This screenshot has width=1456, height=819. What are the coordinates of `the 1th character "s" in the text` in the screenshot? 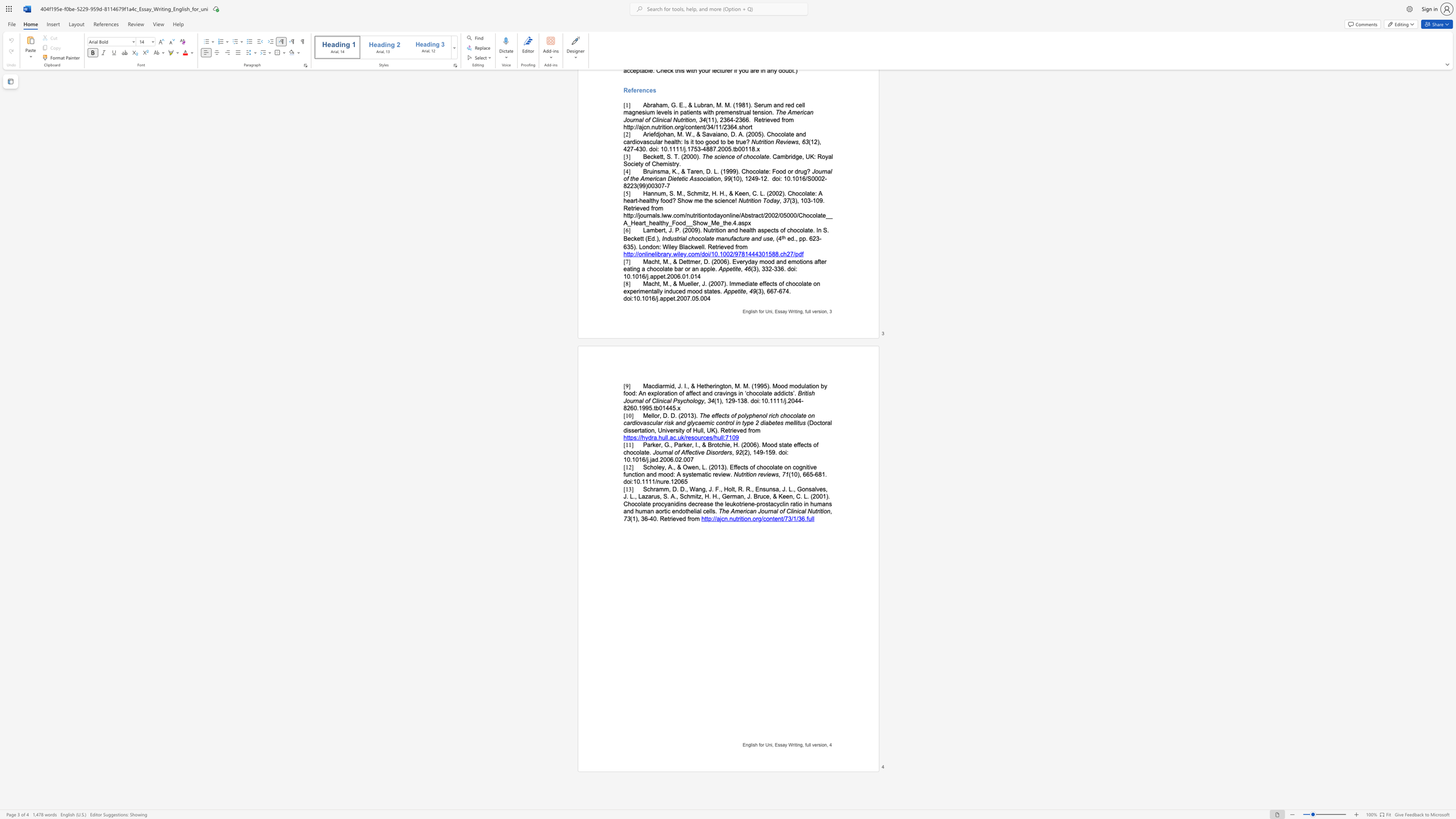 It's located at (754, 744).